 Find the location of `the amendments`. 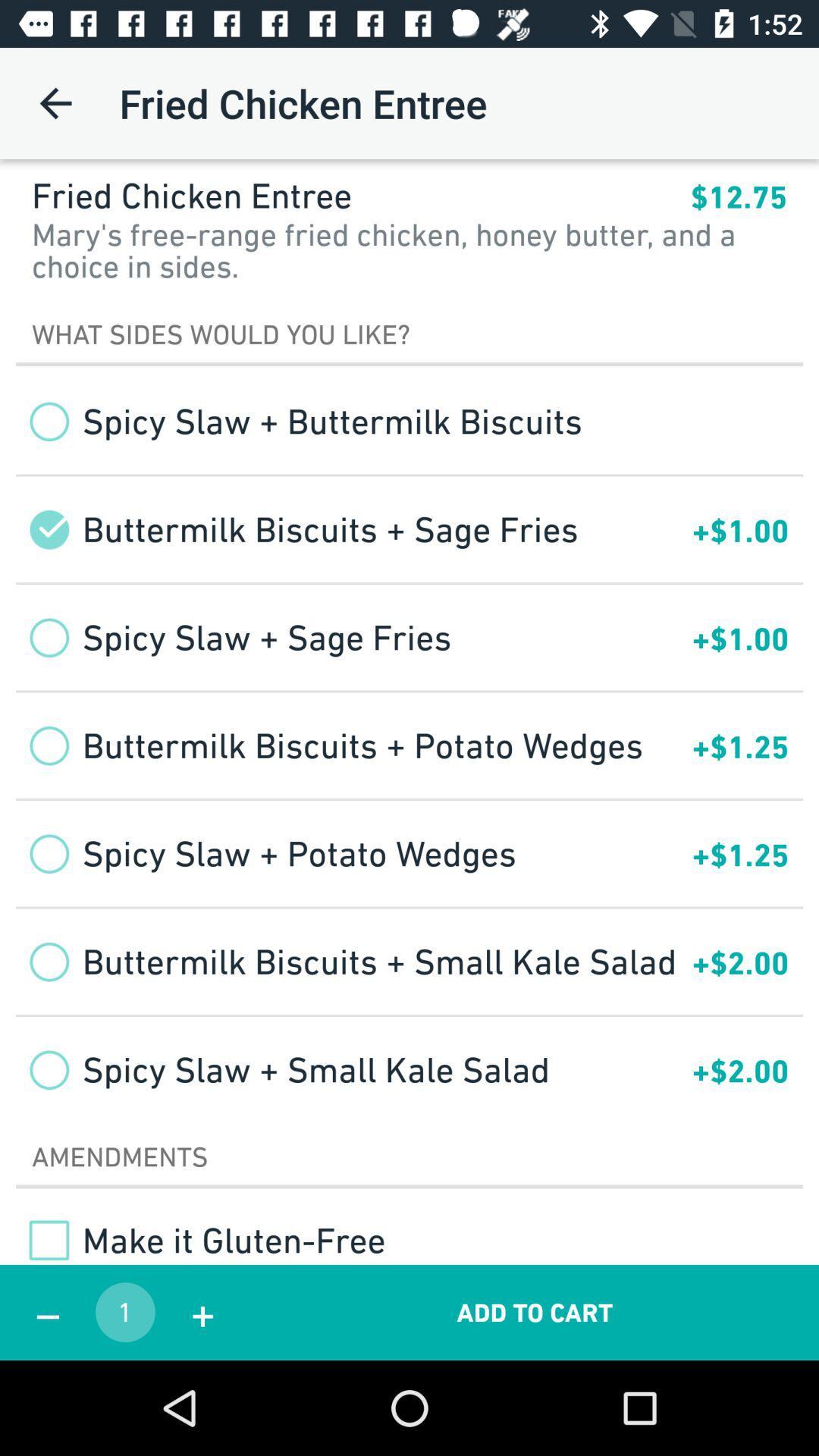

the amendments is located at coordinates (409, 1156).